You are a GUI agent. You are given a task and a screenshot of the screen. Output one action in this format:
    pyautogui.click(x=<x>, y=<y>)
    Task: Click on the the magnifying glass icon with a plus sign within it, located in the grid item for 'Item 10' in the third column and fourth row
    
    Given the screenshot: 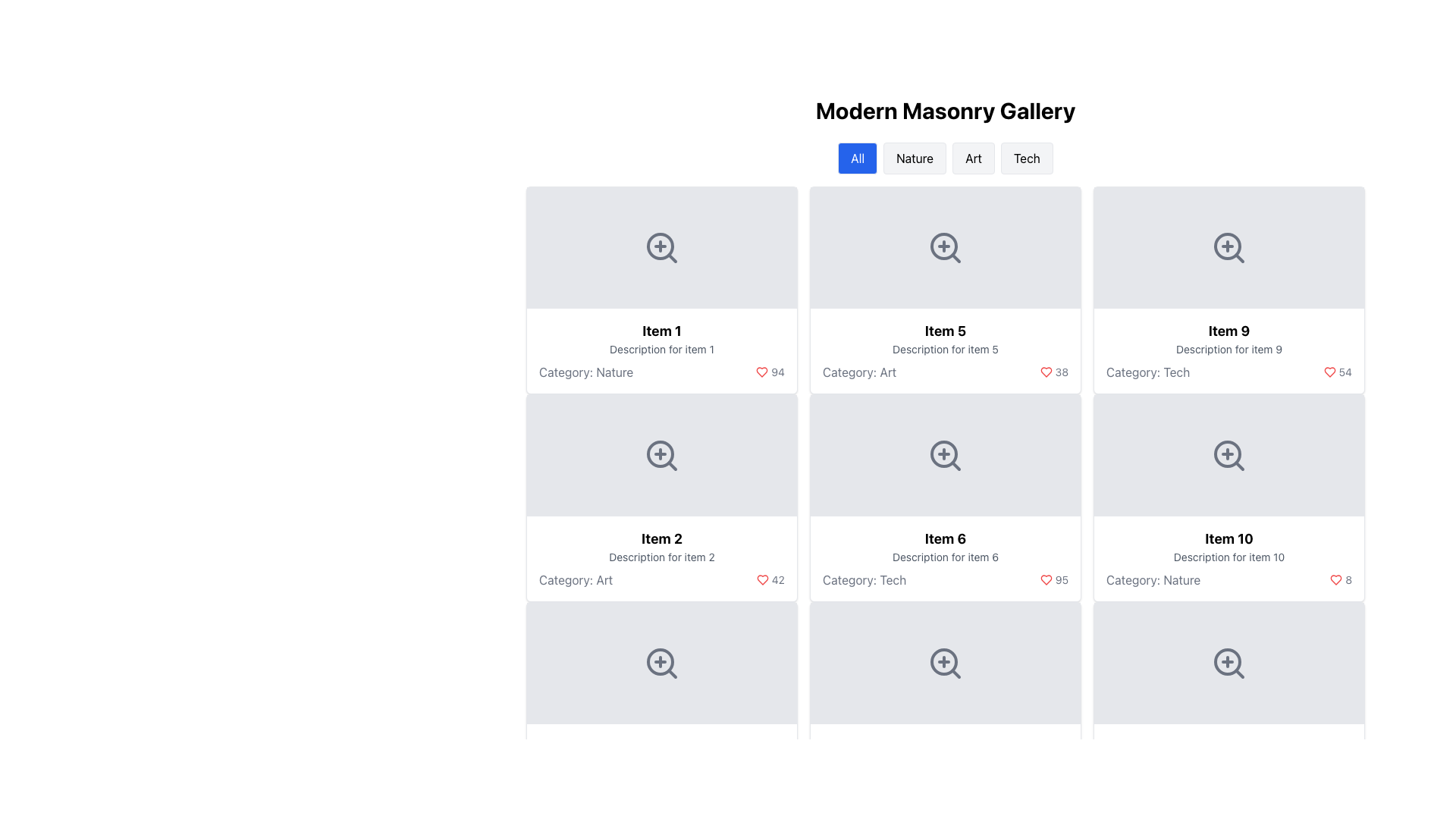 What is the action you would take?
    pyautogui.click(x=1229, y=663)
    